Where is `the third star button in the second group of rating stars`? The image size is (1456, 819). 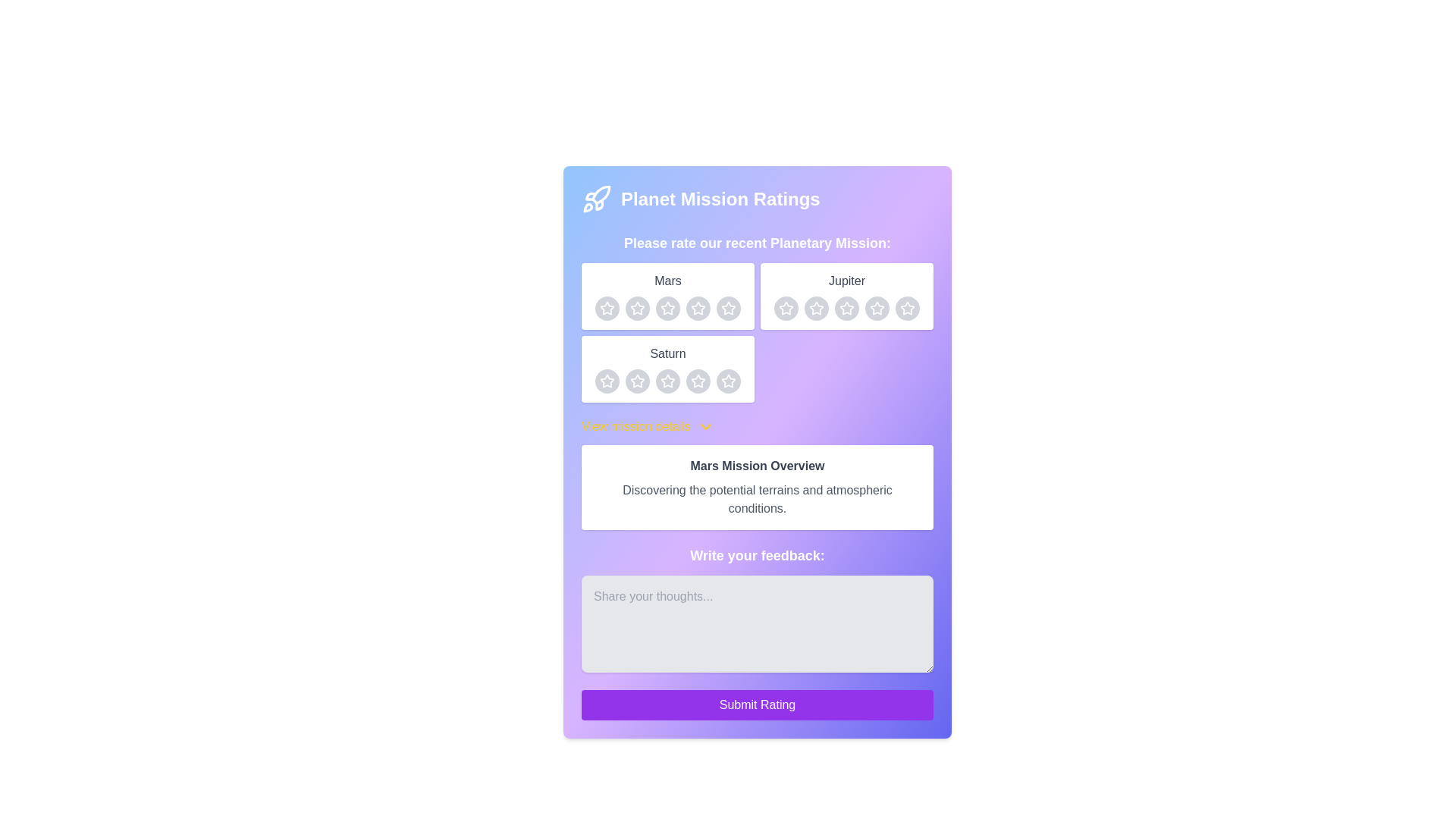
the third star button in the second group of rating stars is located at coordinates (846, 308).